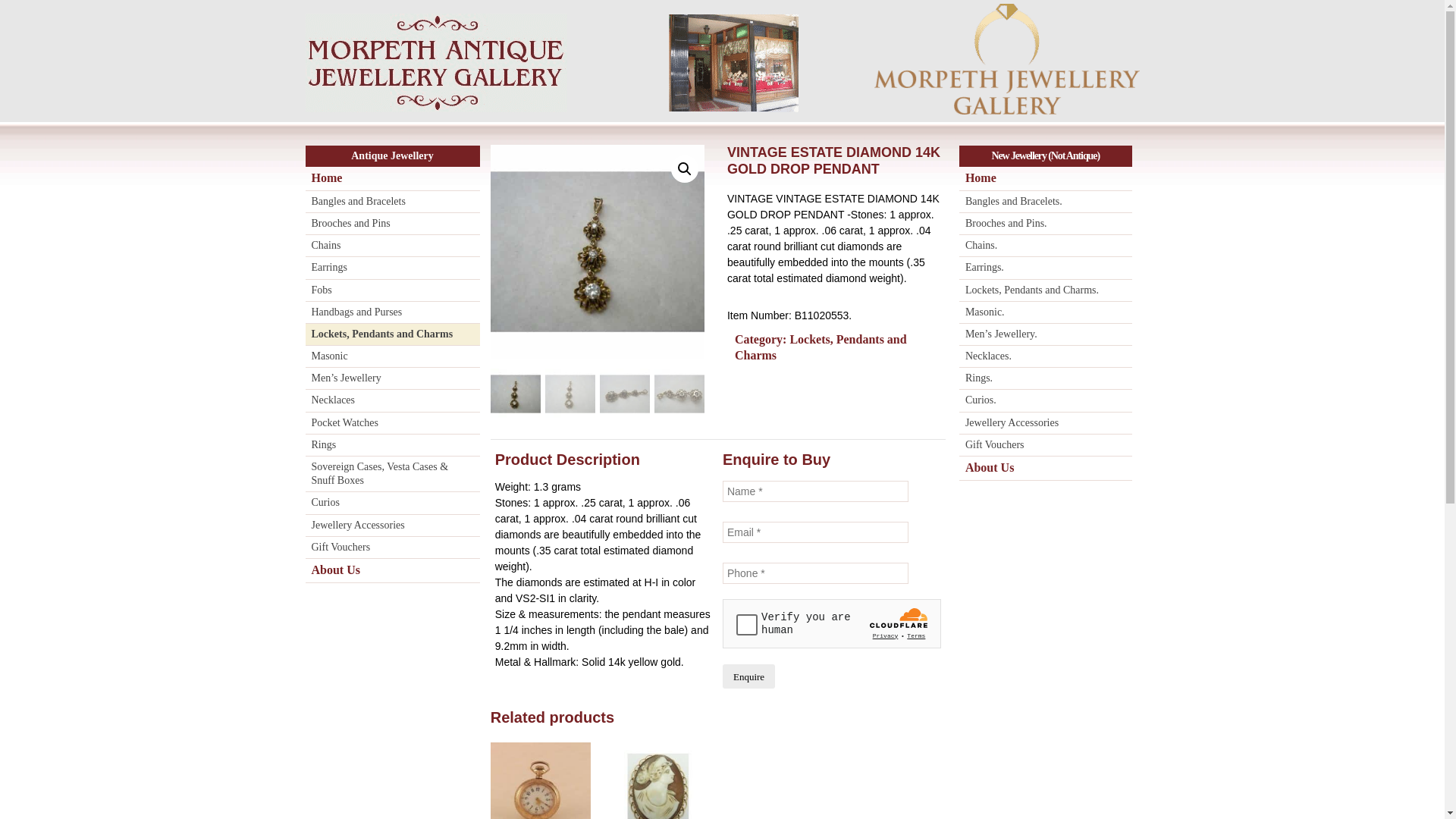 Image resolution: width=1456 pixels, height=819 pixels. Describe the element at coordinates (1044, 224) in the screenshot. I see `'Brooches and Pins.'` at that location.